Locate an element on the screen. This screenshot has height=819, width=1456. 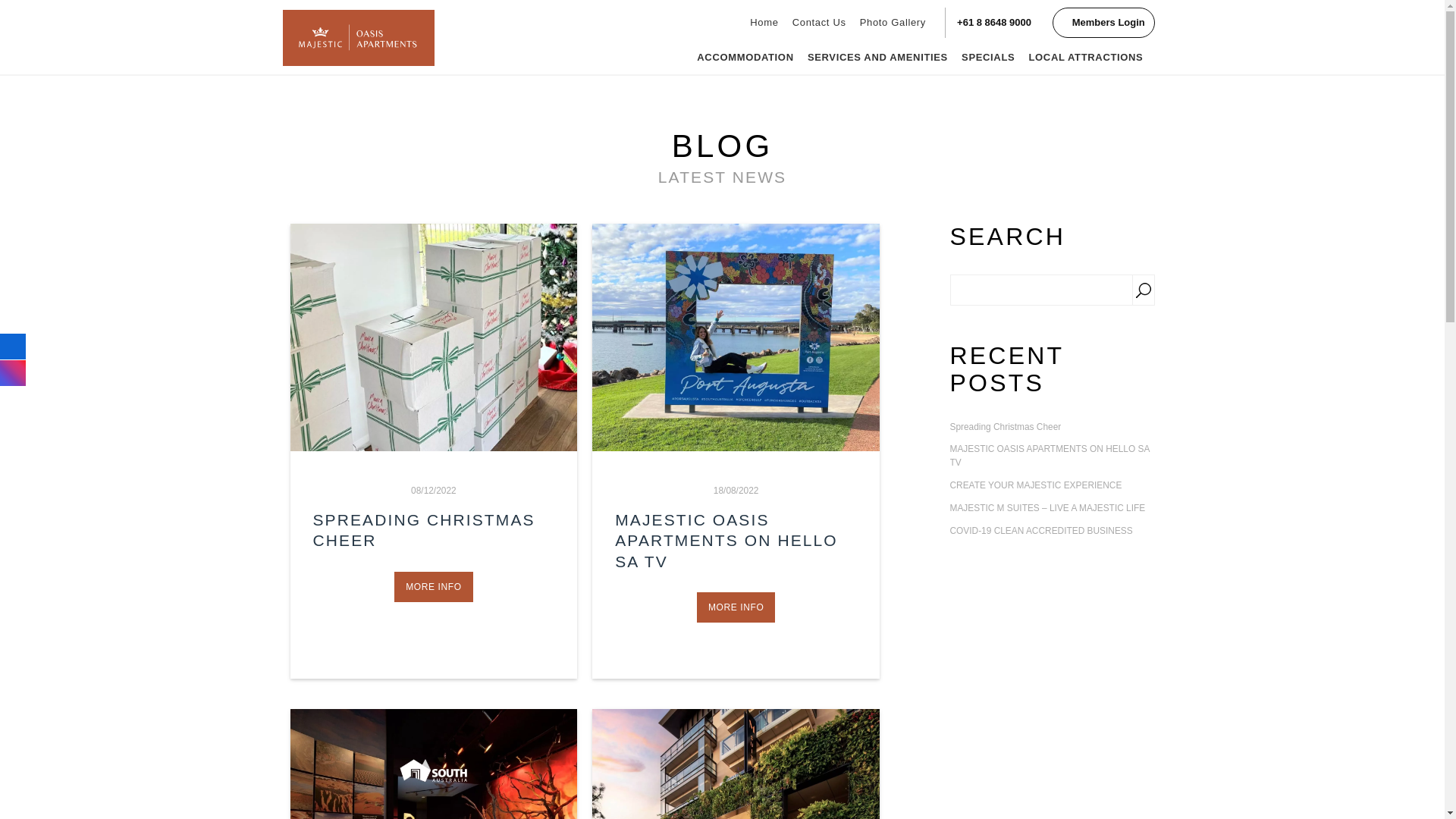
'SERVICES AND AMENITIES' is located at coordinates (877, 57).